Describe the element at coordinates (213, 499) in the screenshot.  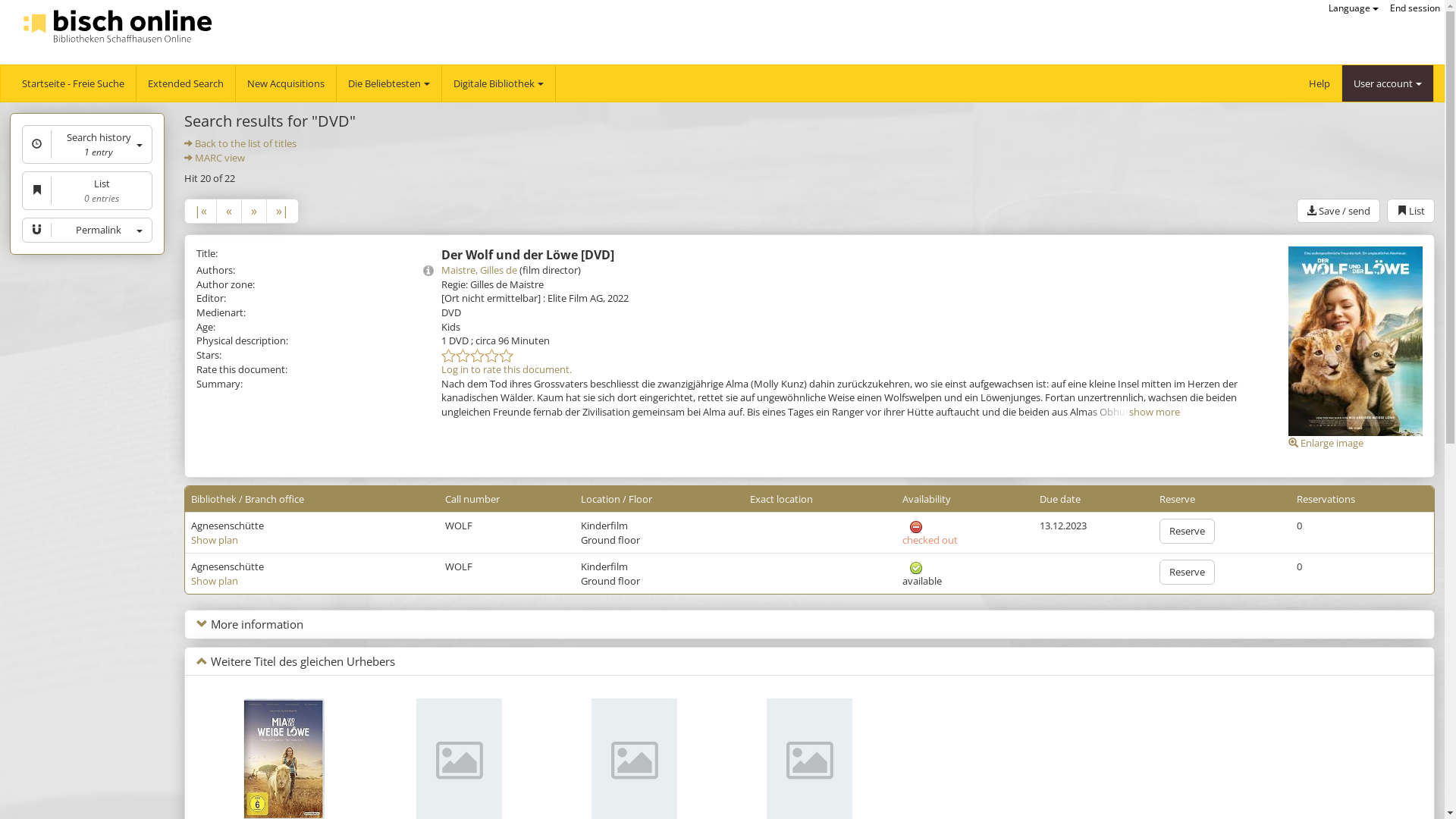
I see `'Bibliothek'` at that location.